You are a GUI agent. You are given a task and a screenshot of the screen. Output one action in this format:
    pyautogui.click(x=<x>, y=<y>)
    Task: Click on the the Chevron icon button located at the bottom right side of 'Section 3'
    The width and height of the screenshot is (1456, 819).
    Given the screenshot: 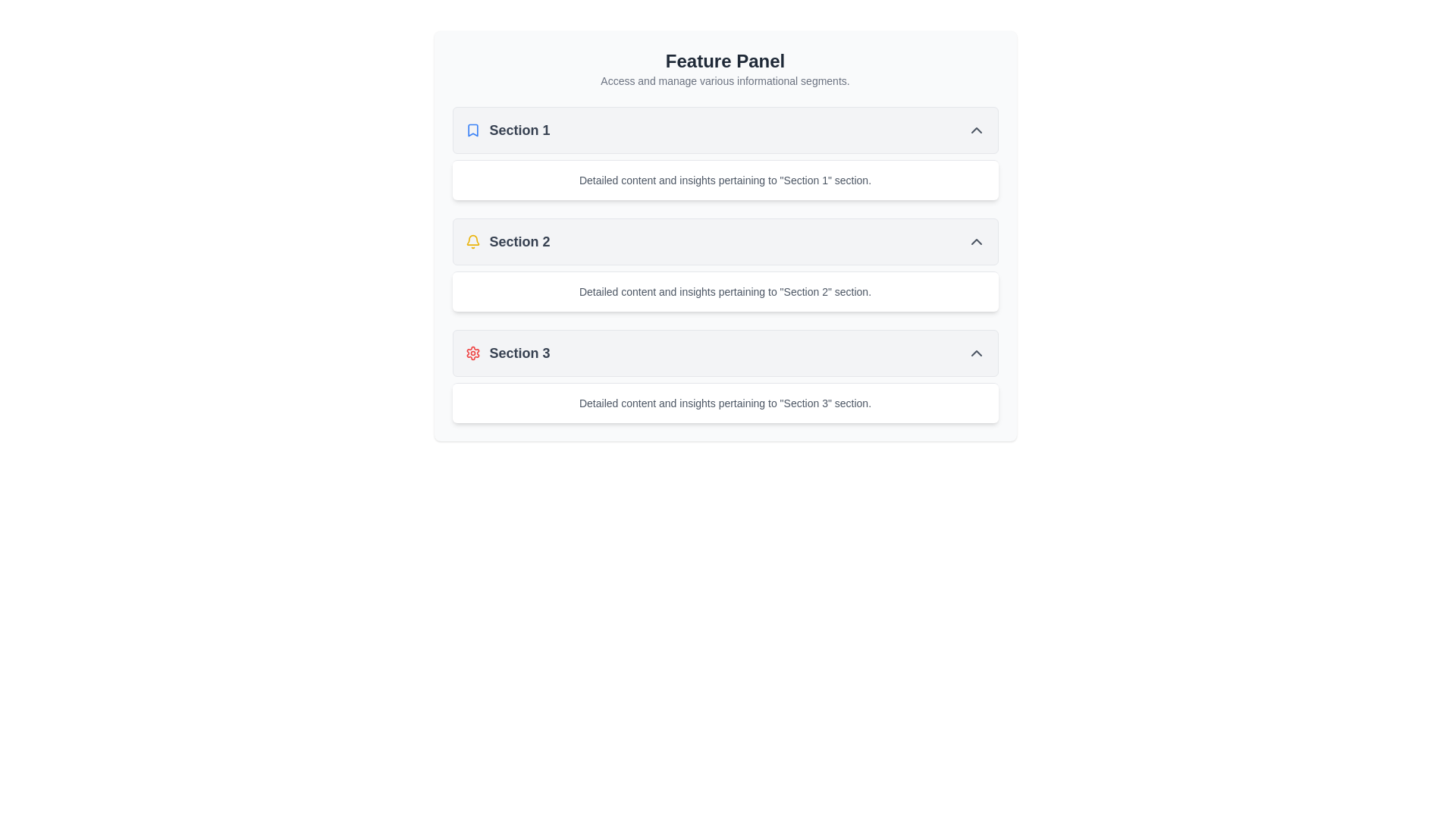 What is the action you would take?
    pyautogui.click(x=976, y=353)
    